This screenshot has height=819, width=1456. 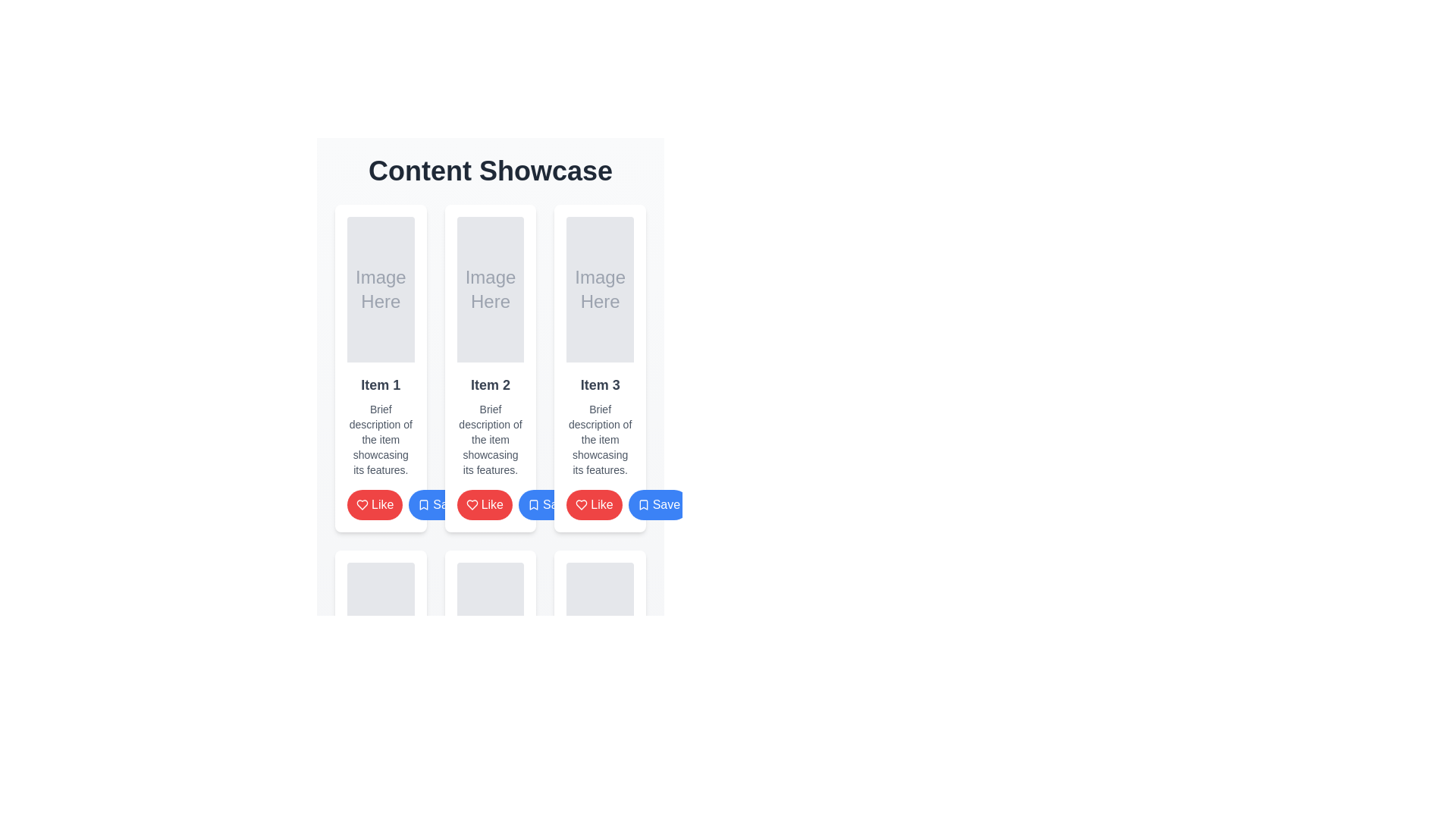 What do you see at coordinates (599, 384) in the screenshot?
I see `the static text displaying 'Item 3' in bold dark gray font` at bounding box center [599, 384].